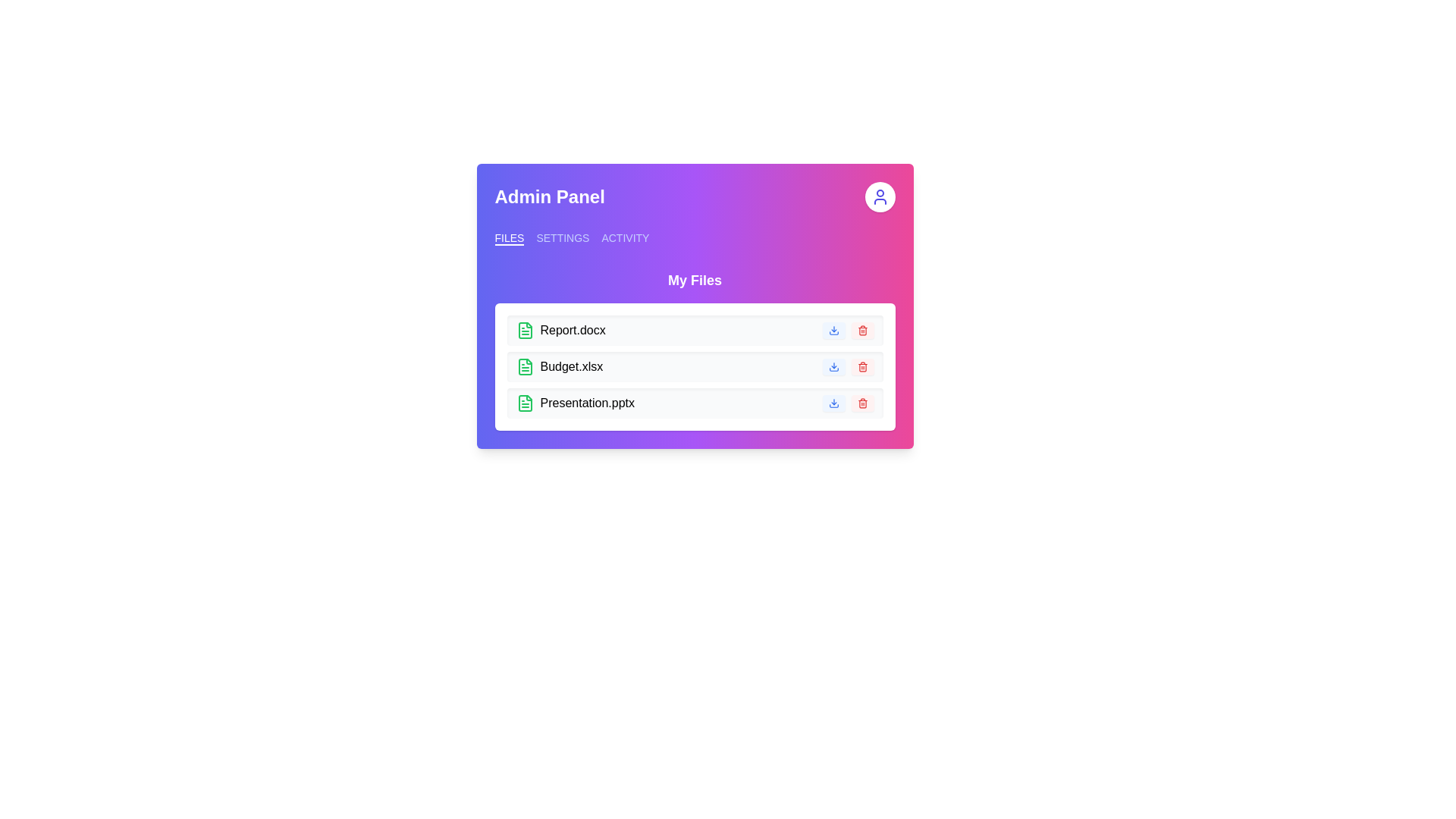  I want to click on the group of action buttons located to the right of the 'Report.docx' item in the file listing interface, so click(847, 329).